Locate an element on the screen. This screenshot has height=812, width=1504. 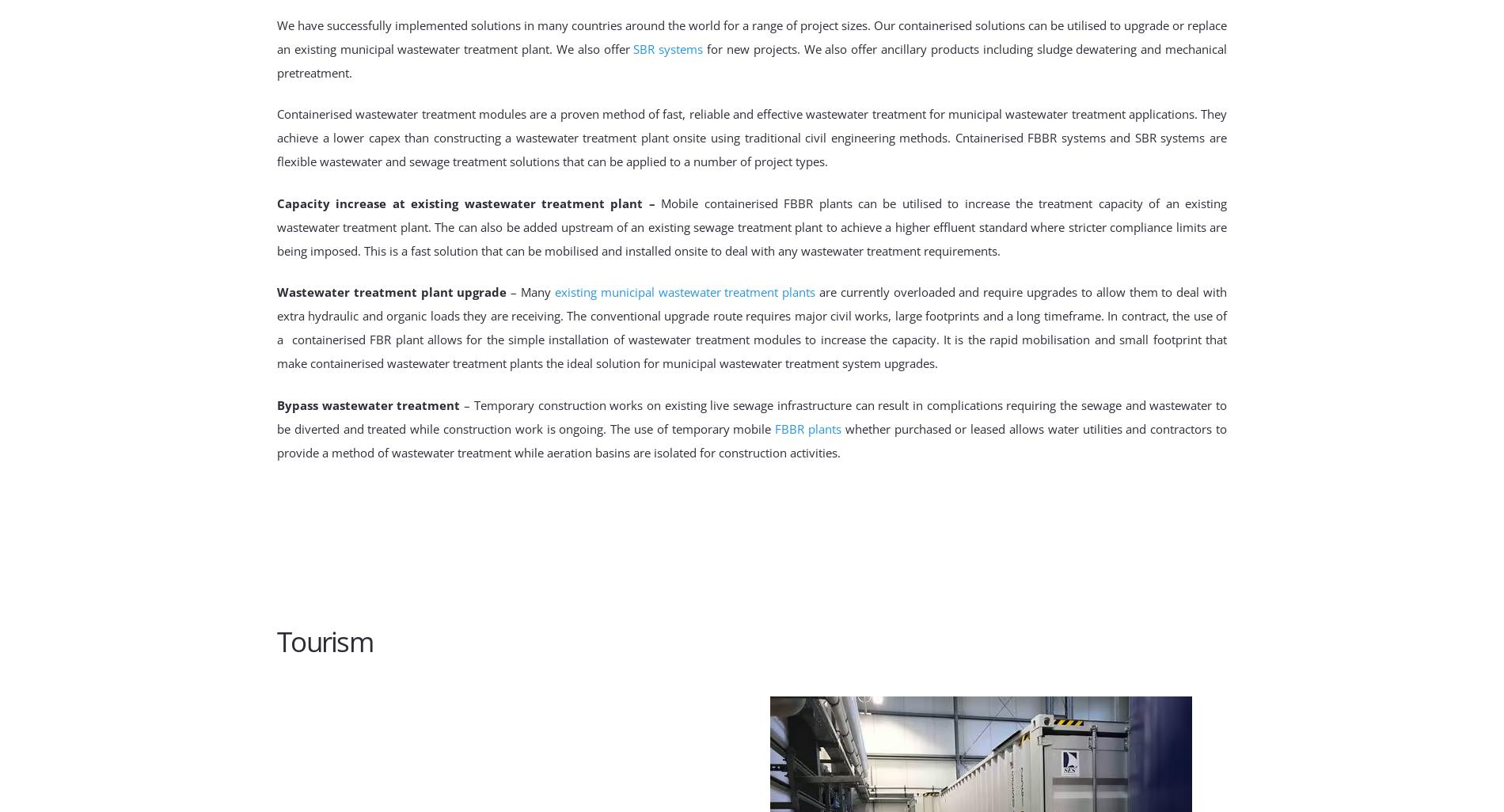
'Mobile containerised FBBR plants can be utilised to increase the treatment capacity of an existing wastewater treatment plant. The can also be added upstream of an existing sewage treatment plant to achieve a higher effluent standard where stricter compliance limits are being imposed. This is a fast solution that can be mobilised and installed onsite to deal with any wastewater treatment requirements.' is located at coordinates (752, 226).